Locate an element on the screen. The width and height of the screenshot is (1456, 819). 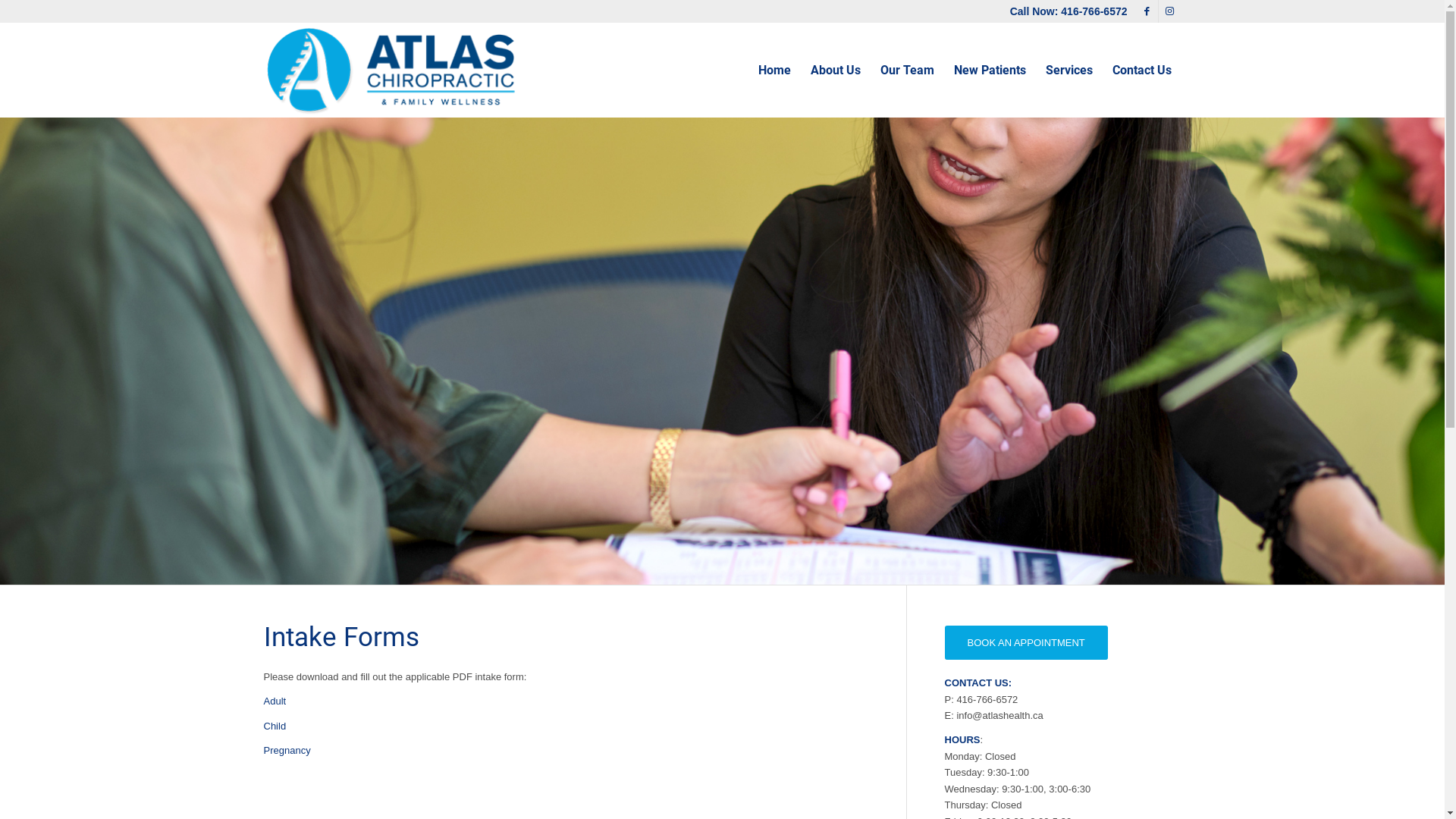
'BOOK AN APPOINTMENT' is located at coordinates (1026, 642).